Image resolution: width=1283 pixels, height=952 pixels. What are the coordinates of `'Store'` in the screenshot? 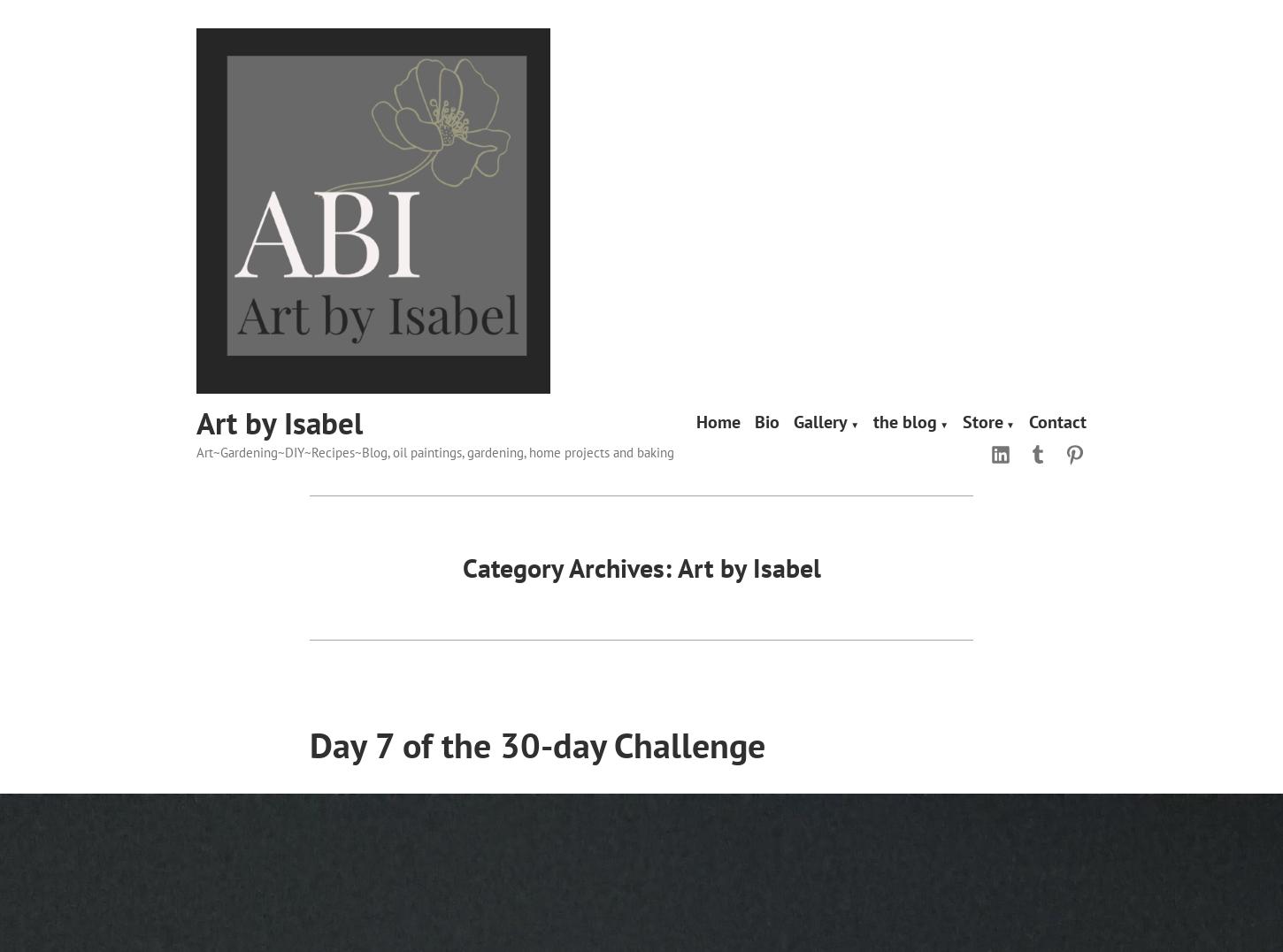 It's located at (981, 420).